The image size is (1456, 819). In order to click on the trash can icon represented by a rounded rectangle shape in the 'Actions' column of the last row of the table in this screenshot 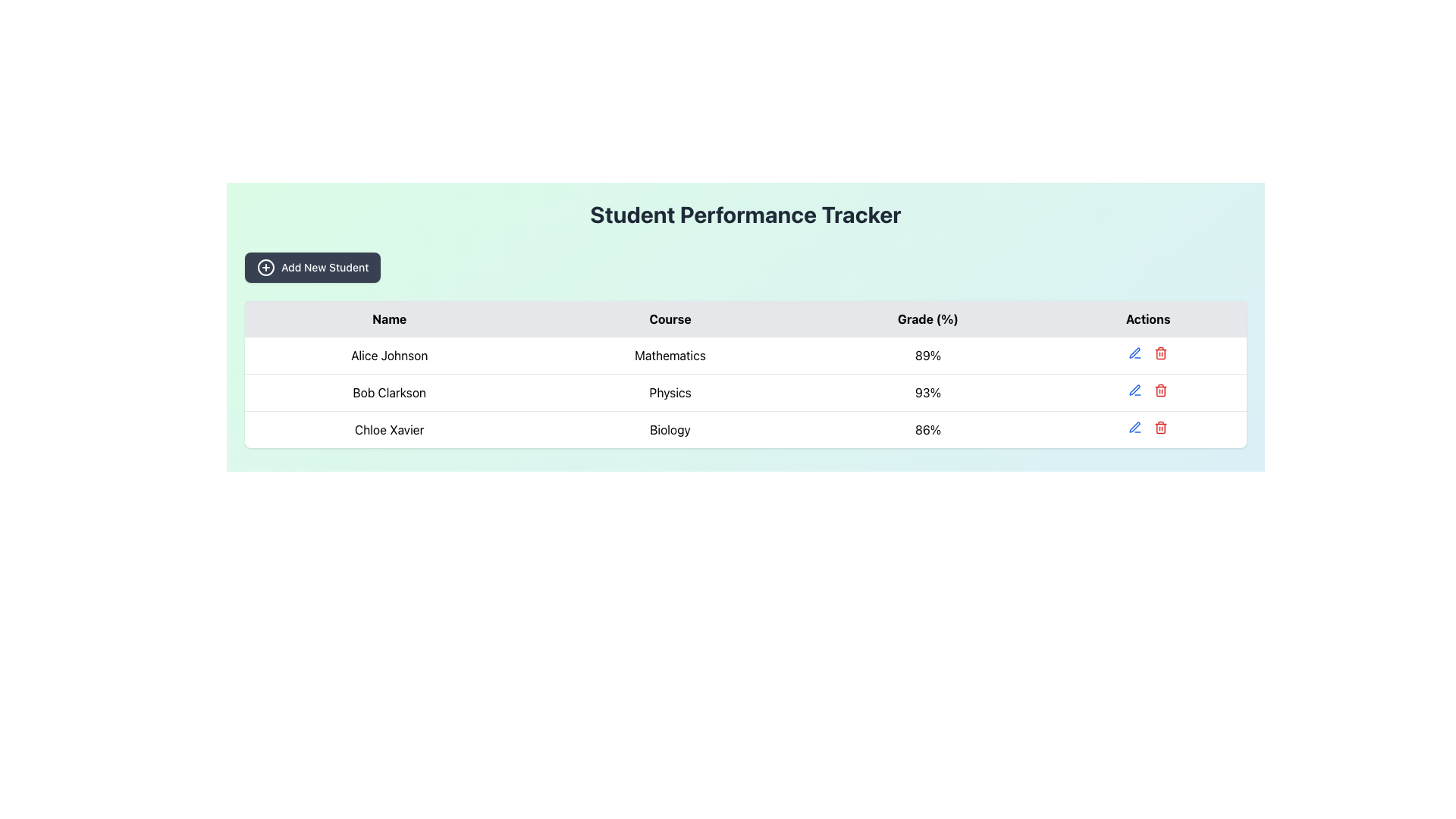, I will do `click(1160, 391)`.